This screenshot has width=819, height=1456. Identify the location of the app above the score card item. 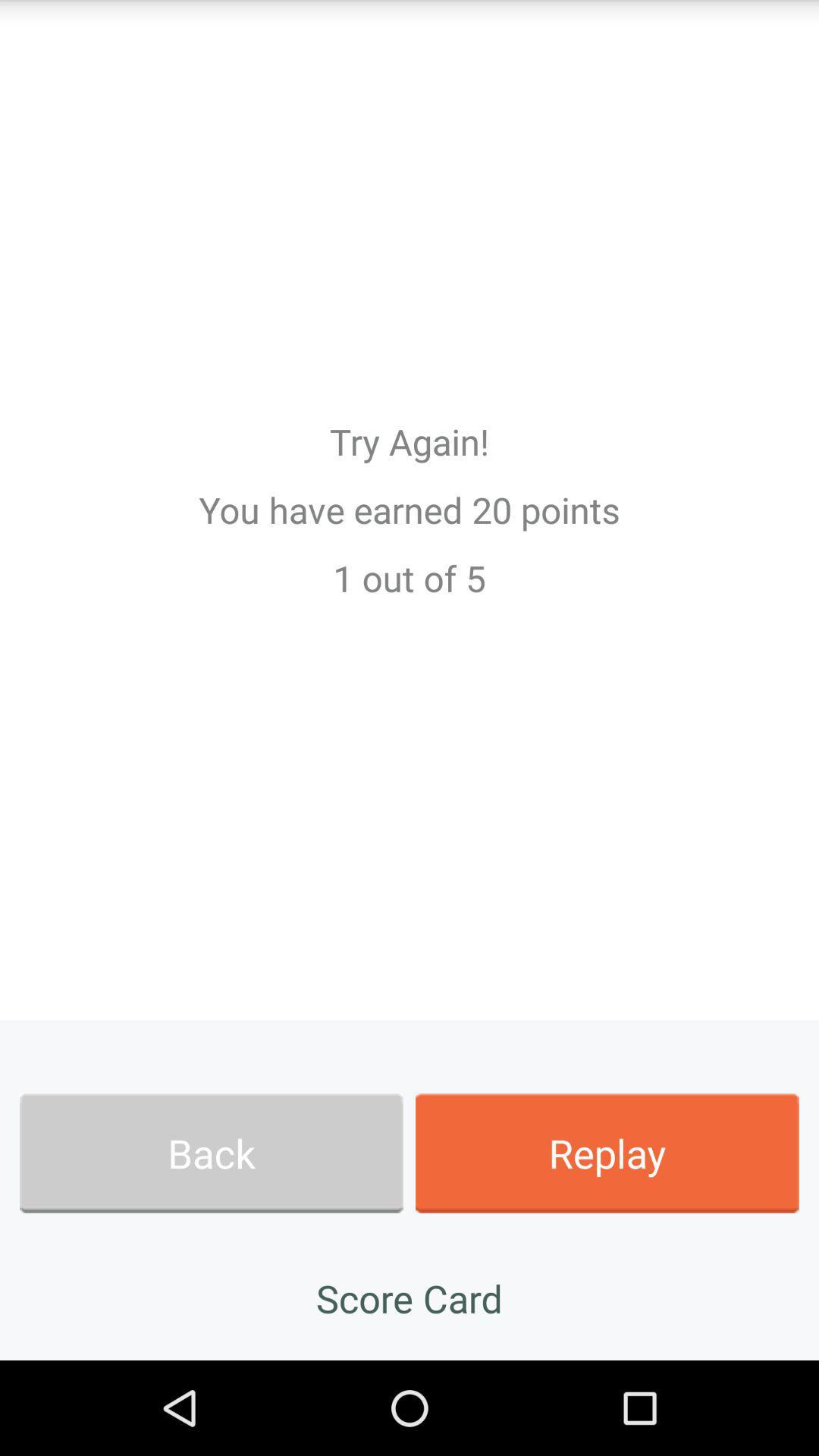
(211, 1153).